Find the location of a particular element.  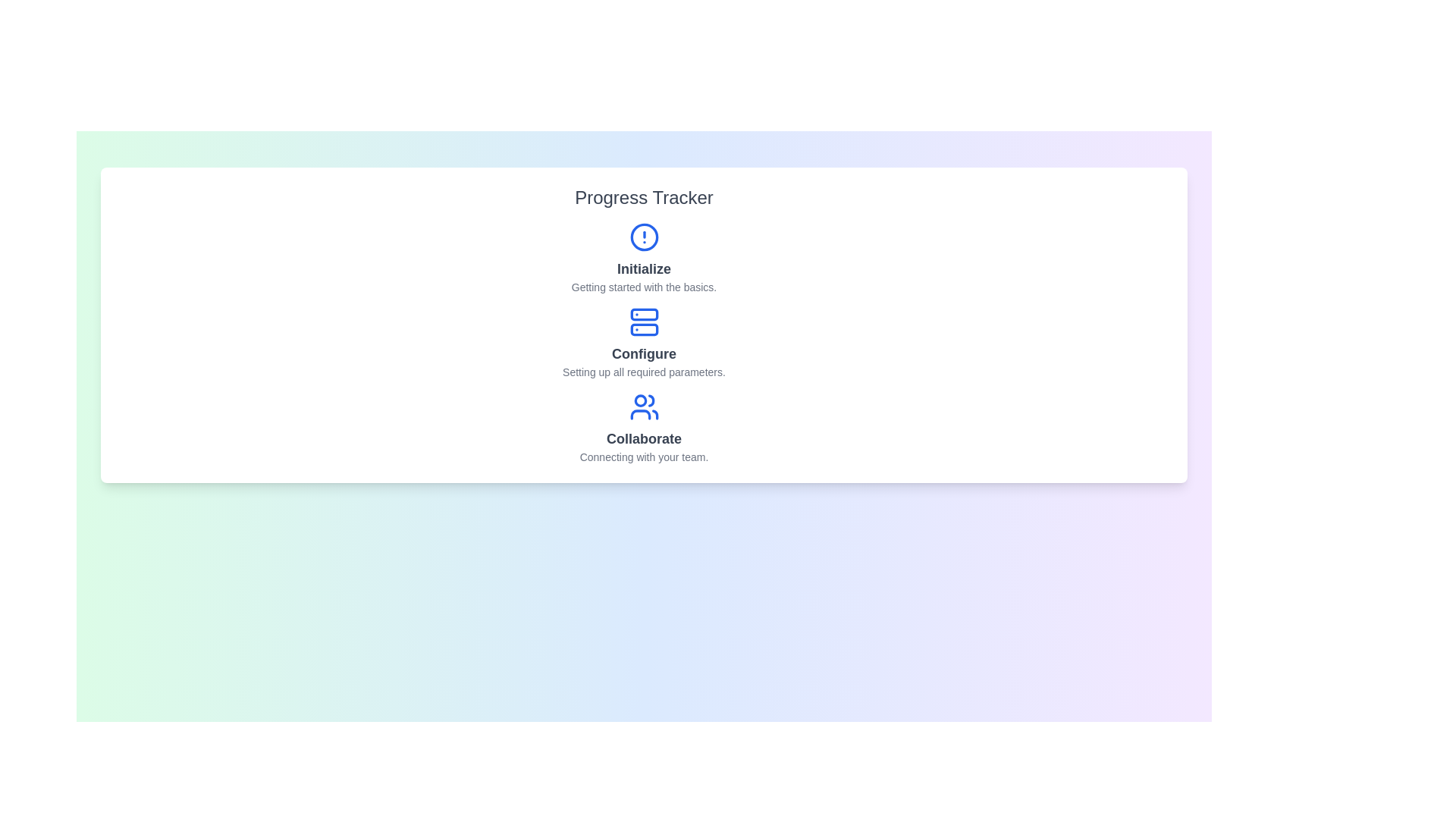

the icon for Configure to reveal more information is located at coordinates (644, 321).